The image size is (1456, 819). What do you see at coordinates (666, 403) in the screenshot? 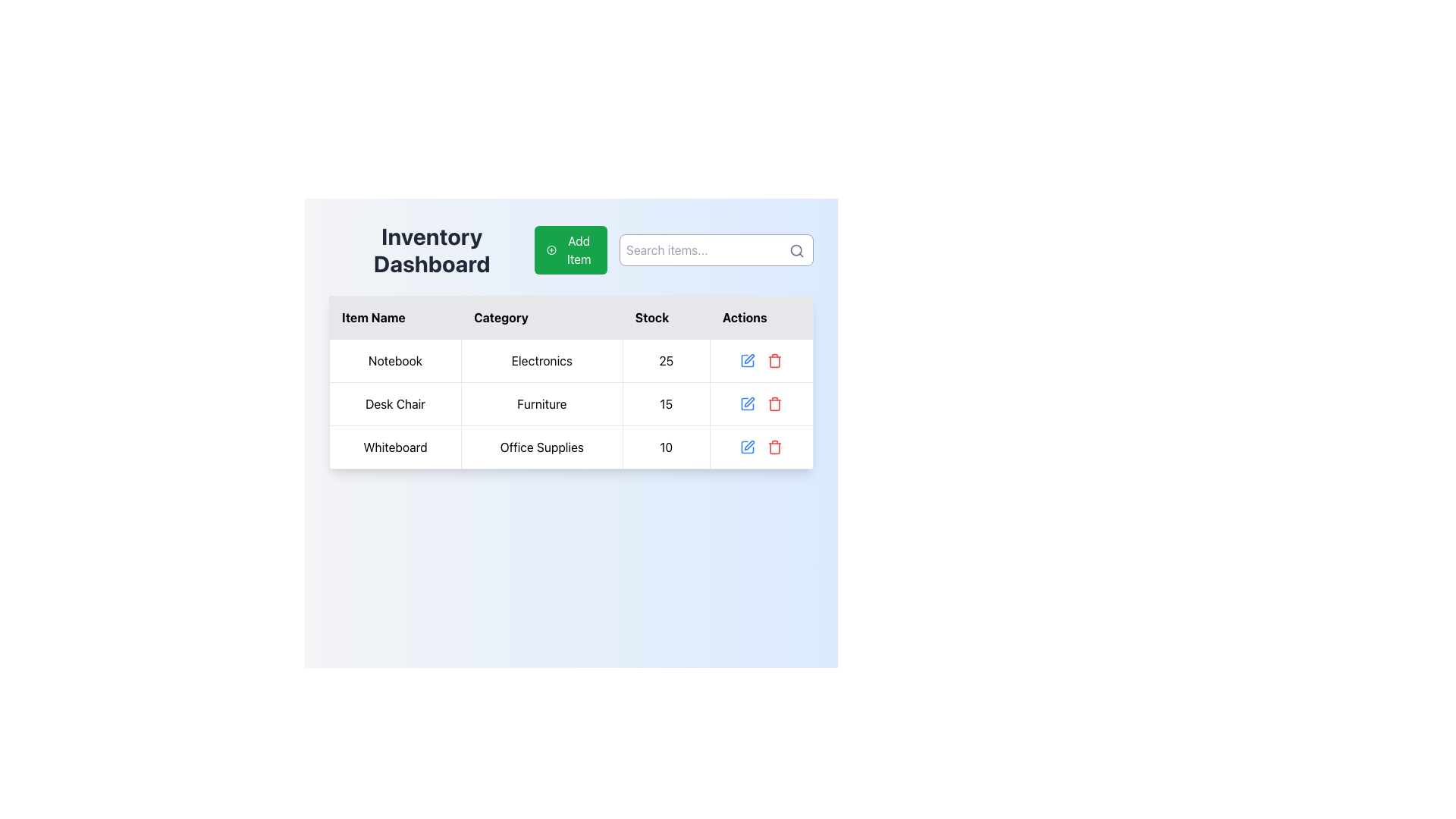
I see `the text field that indicates the quantity of 'Desk Chair' items available in stock, located in the 'Stock' column of the second row, next to the 'Furniture' cell` at bounding box center [666, 403].